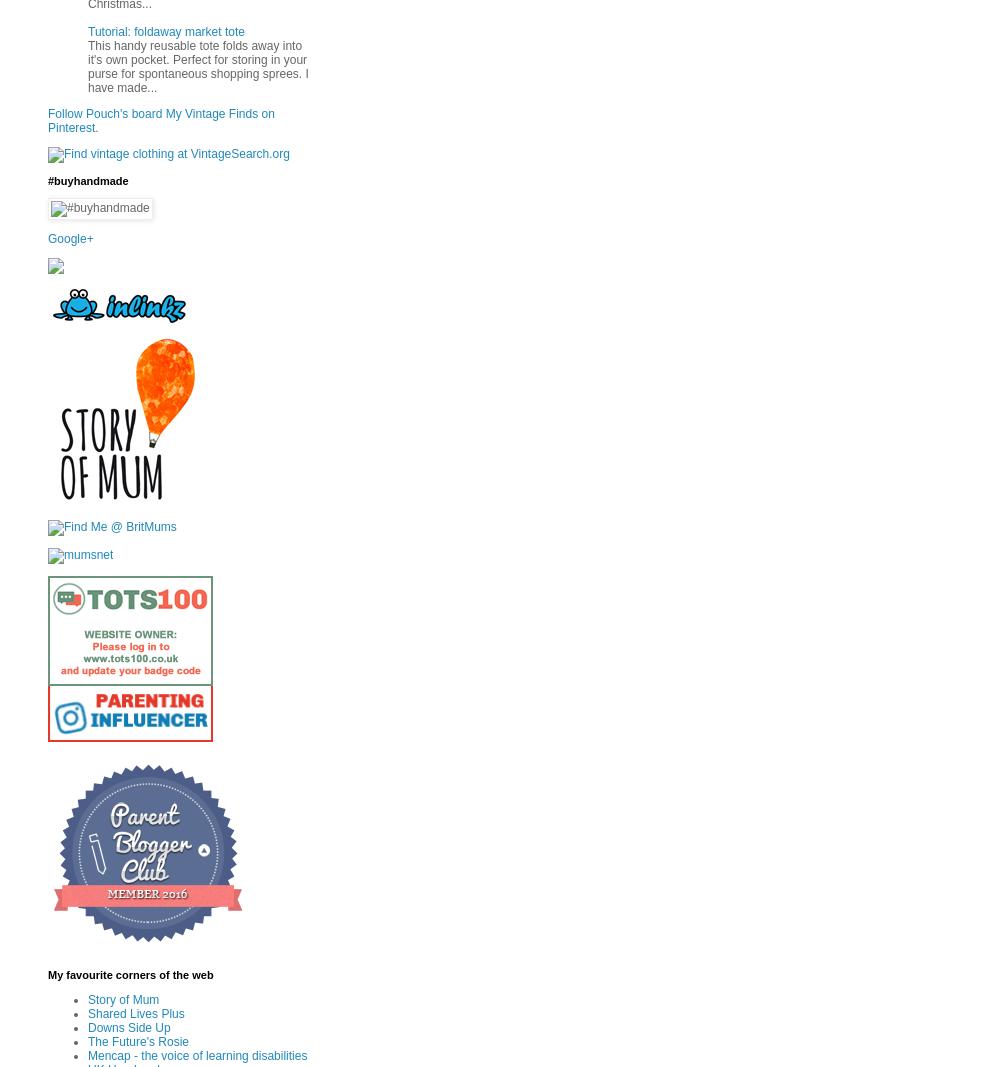  I want to click on 'Follow Pouch's board My Vintage Finds on Pinterest.', so click(160, 119).